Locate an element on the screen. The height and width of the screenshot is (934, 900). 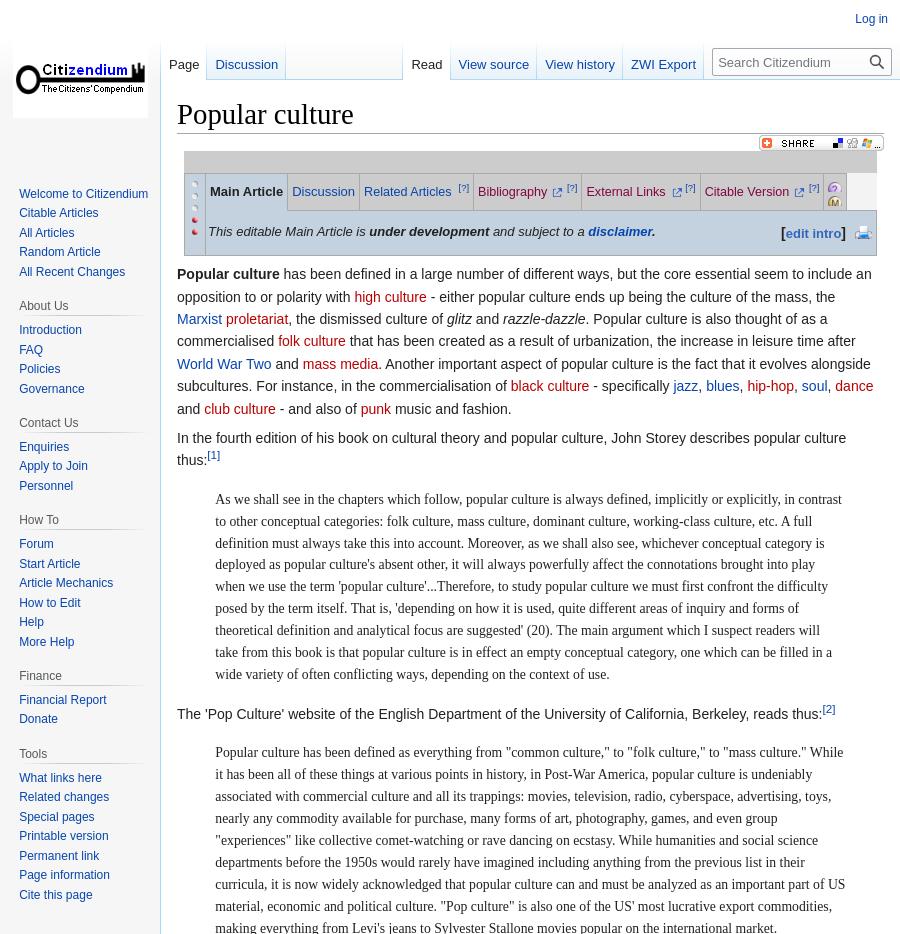
'club culture' is located at coordinates (204, 406).